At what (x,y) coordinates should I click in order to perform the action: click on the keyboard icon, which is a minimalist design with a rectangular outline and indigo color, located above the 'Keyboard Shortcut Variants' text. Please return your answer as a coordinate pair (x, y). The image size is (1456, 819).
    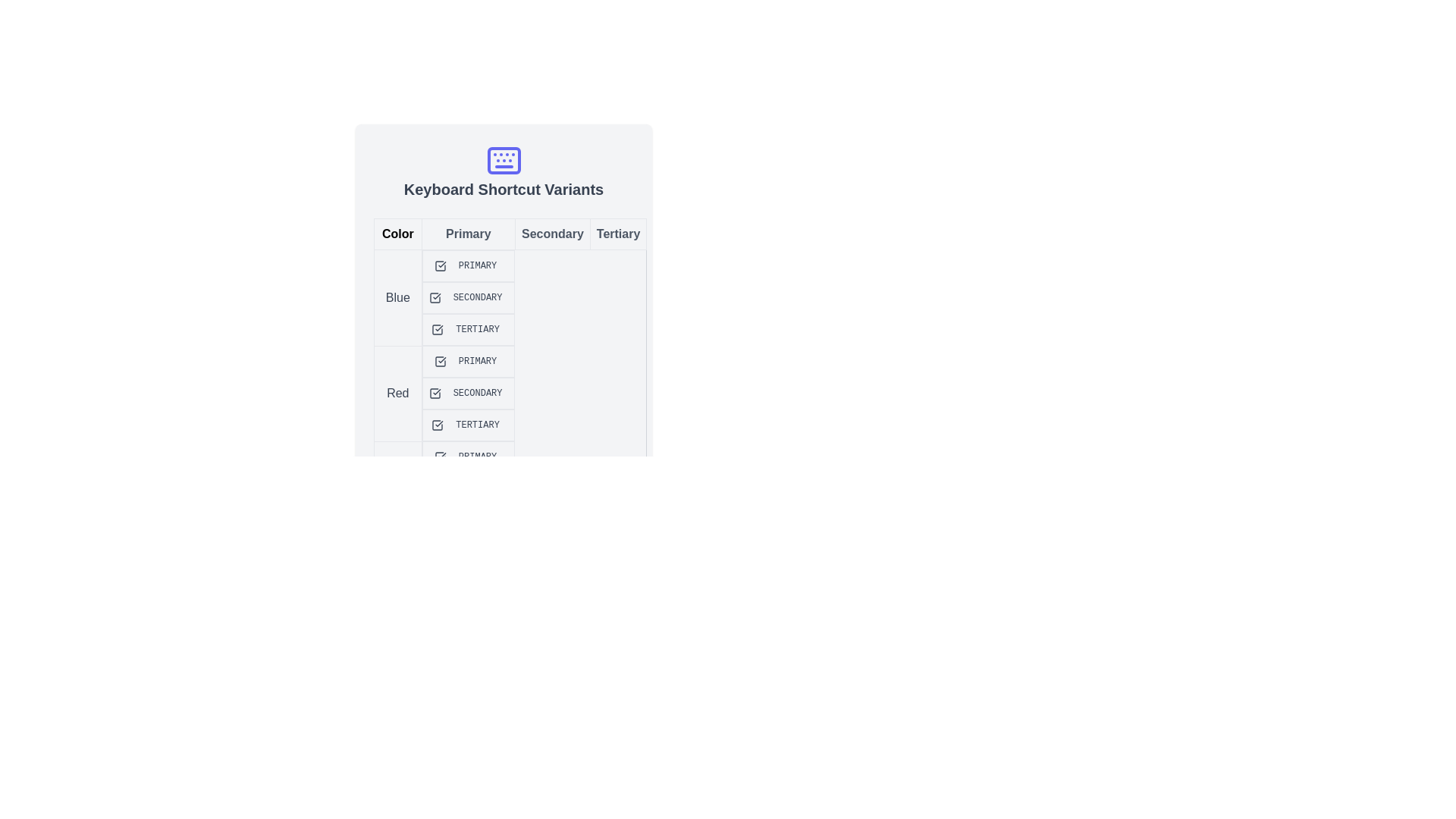
    Looking at the image, I should click on (504, 161).